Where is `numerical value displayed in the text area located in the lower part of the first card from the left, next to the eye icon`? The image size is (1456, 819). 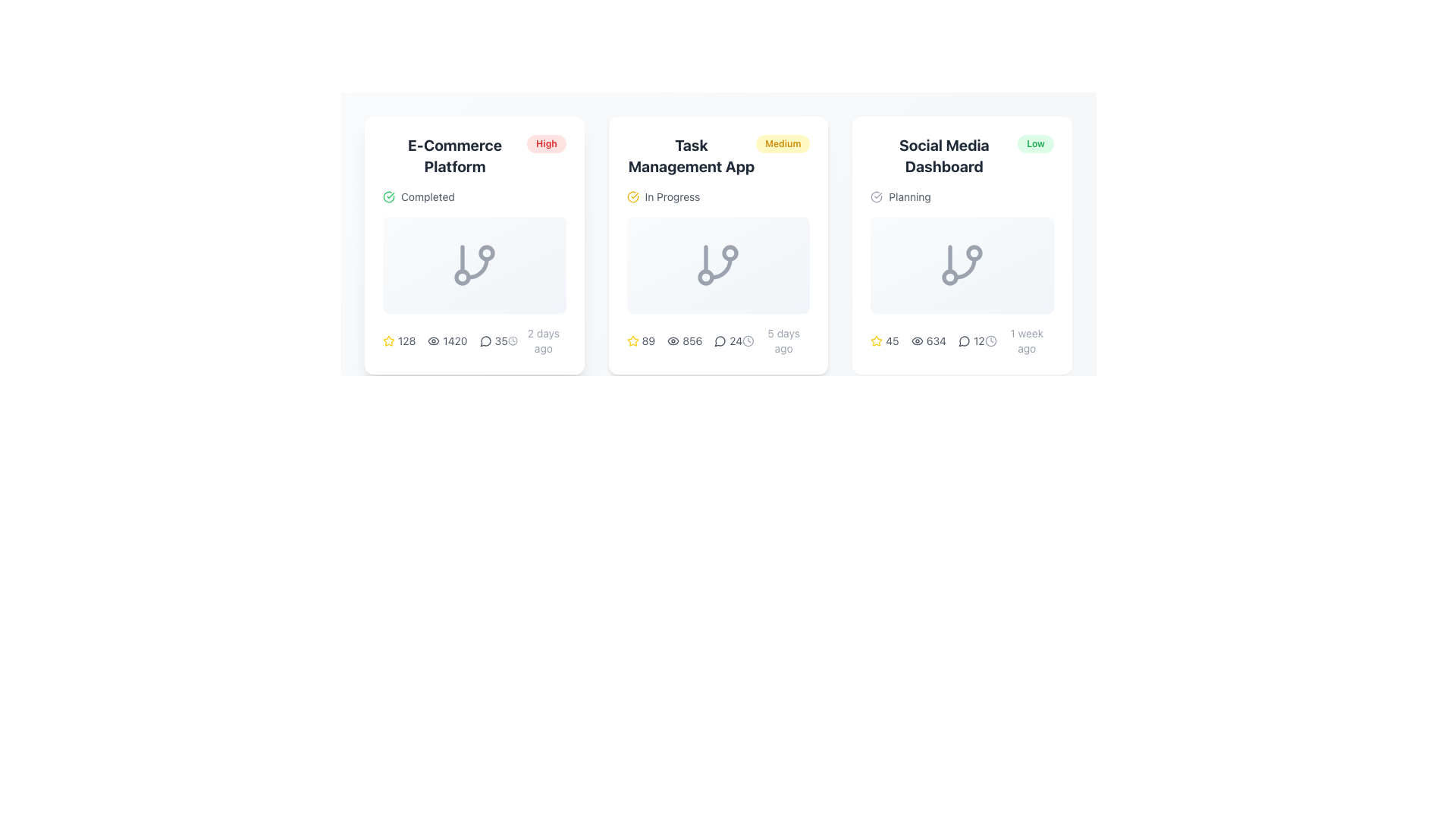
numerical value displayed in the text area located in the lower part of the first card from the left, next to the eye icon is located at coordinates (454, 341).